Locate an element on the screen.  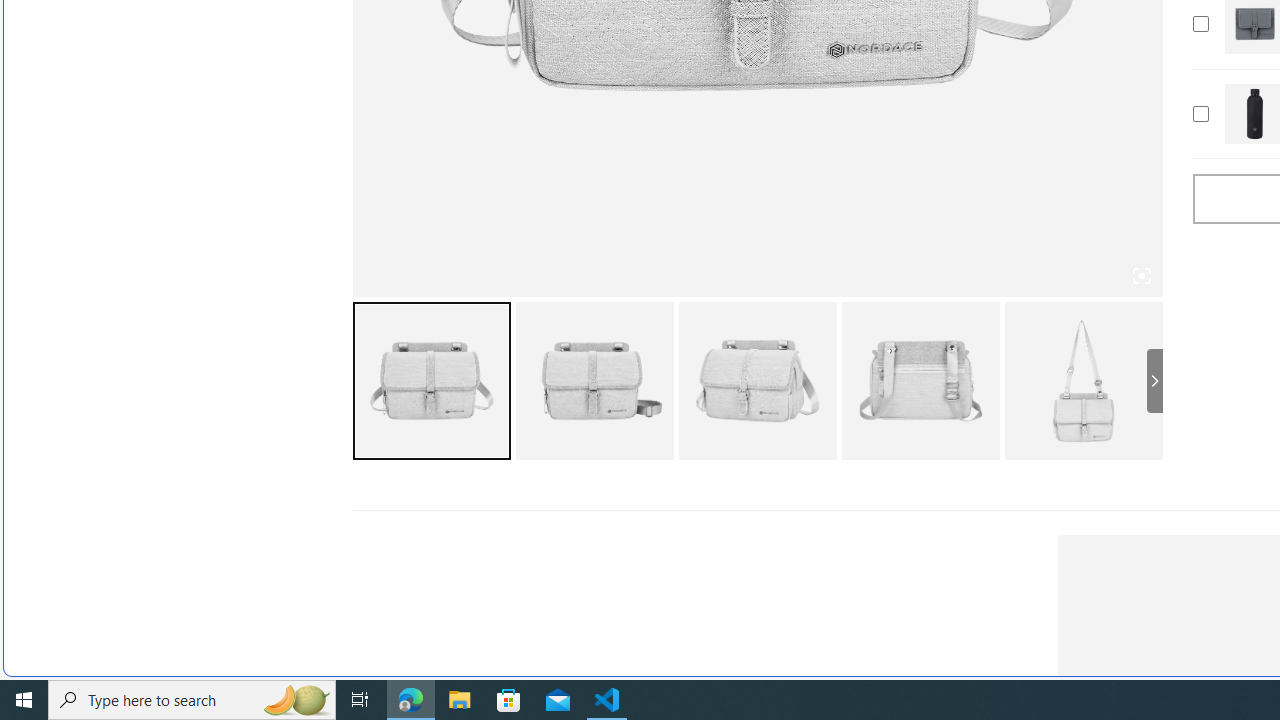
'Class: iconic-woothumbs-fullscreen' is located at coordinates (1141, 276).